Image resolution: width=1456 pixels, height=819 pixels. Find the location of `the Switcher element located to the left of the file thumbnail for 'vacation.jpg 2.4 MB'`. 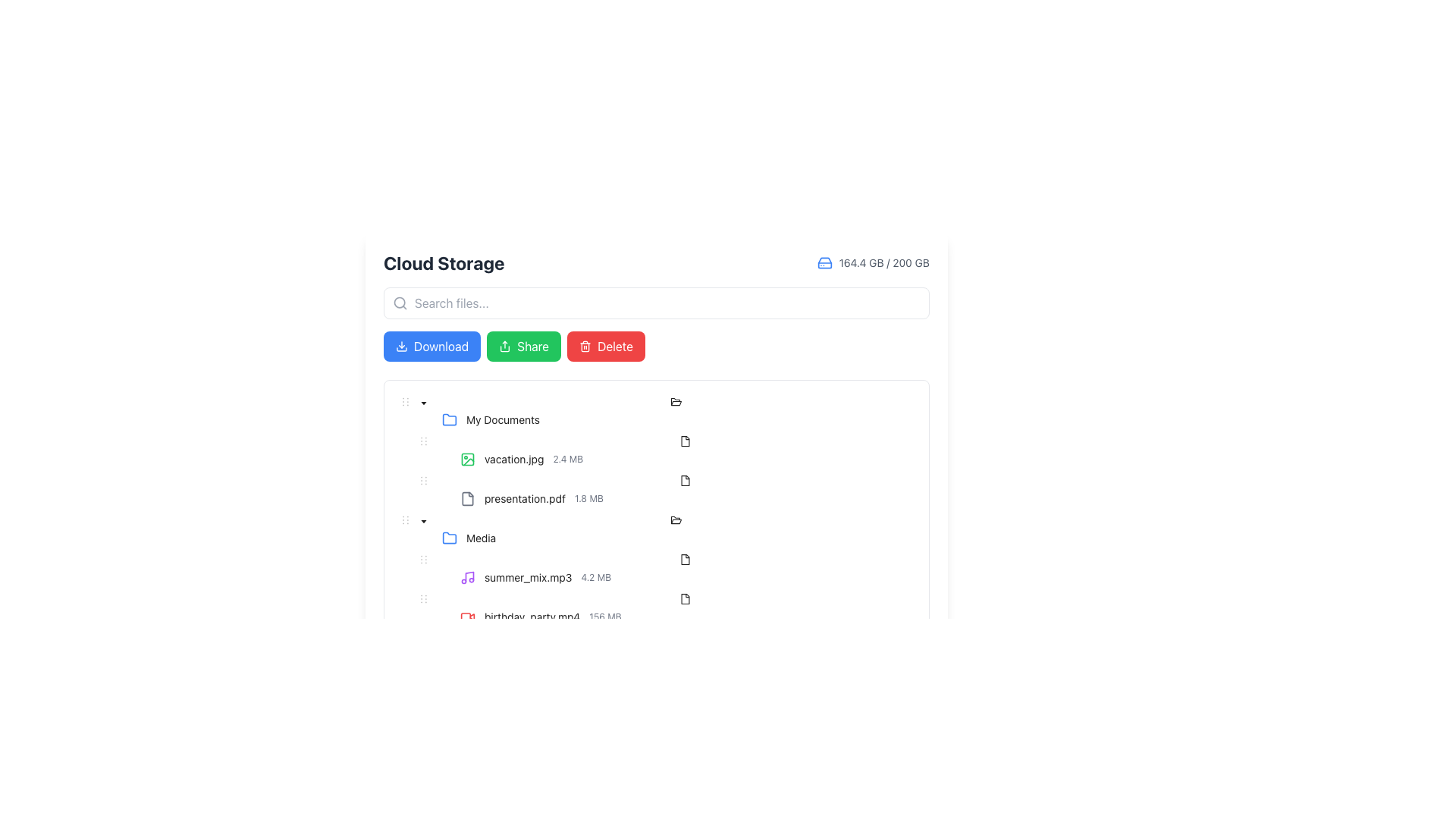

the Switcher element located to the left of the file thumbnail for 'vacation.jpg 2.4 MB' is located at coordinates (441, 450).